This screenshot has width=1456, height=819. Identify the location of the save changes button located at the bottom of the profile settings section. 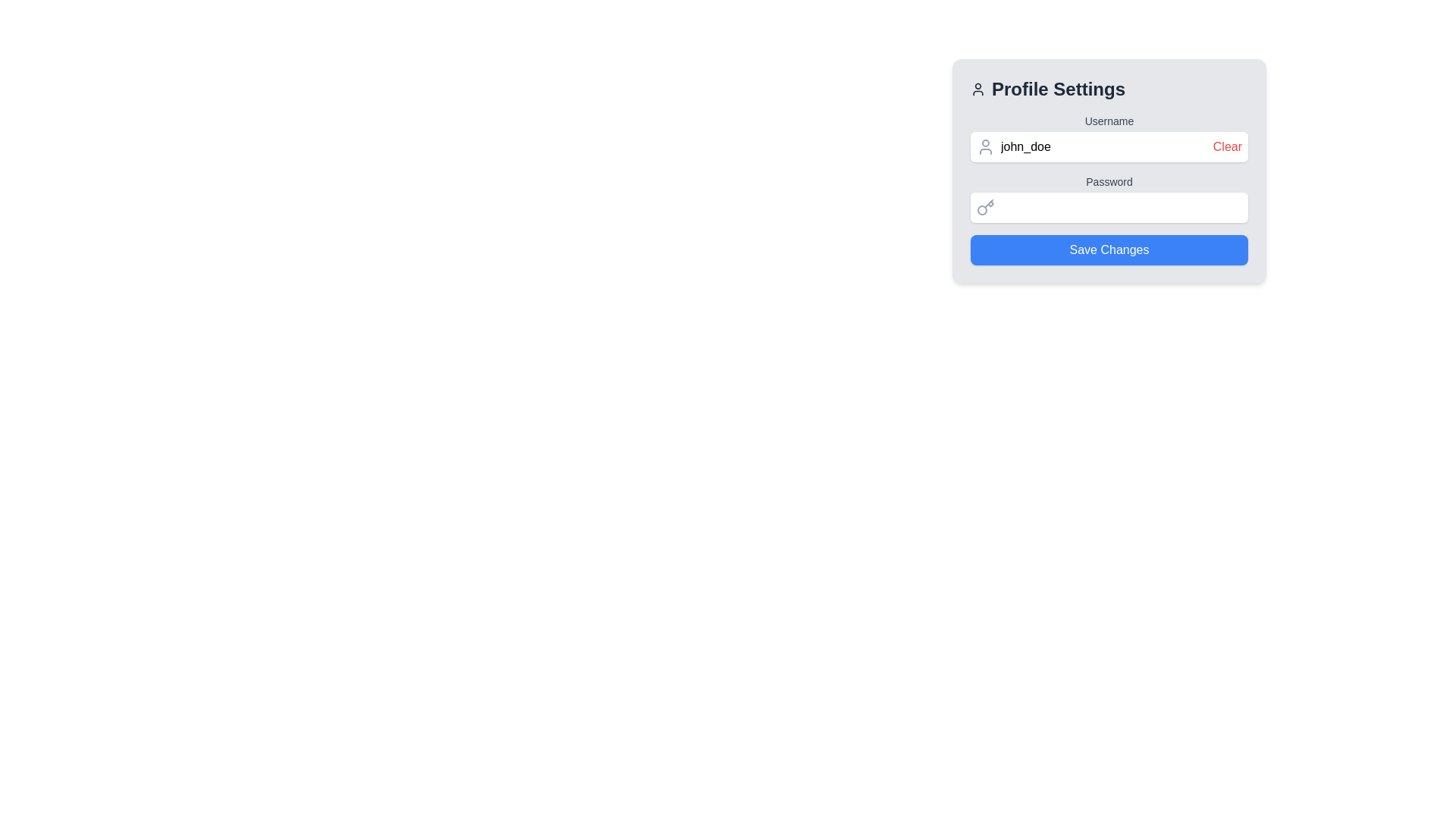
(1109, 249).